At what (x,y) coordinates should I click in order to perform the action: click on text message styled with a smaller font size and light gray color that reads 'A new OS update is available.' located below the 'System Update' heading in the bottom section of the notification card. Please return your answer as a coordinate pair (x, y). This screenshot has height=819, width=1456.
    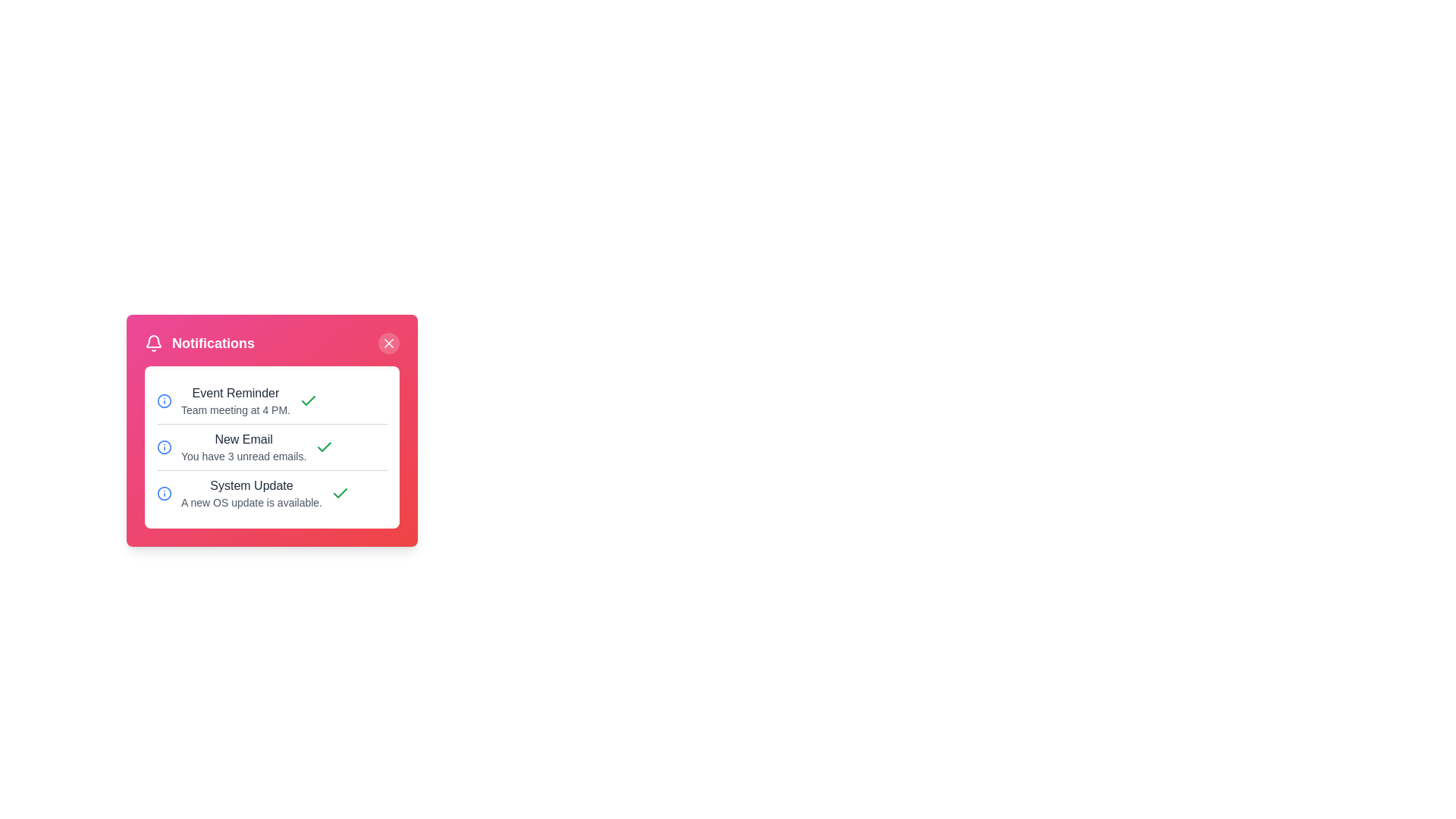
    Looking at the image, I should click on (251, 503).